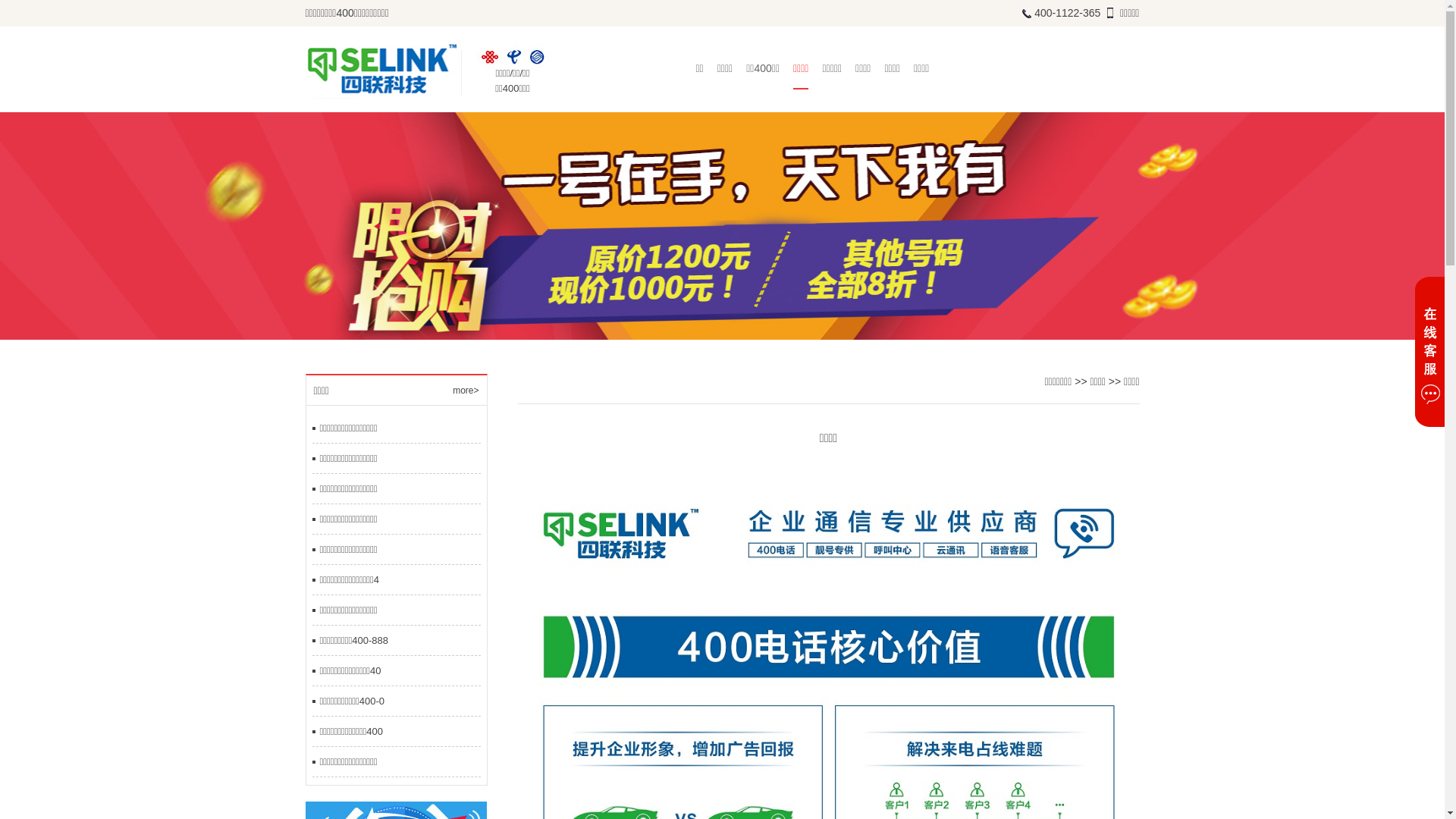  I want to click on 'more>', so click(465, 390).